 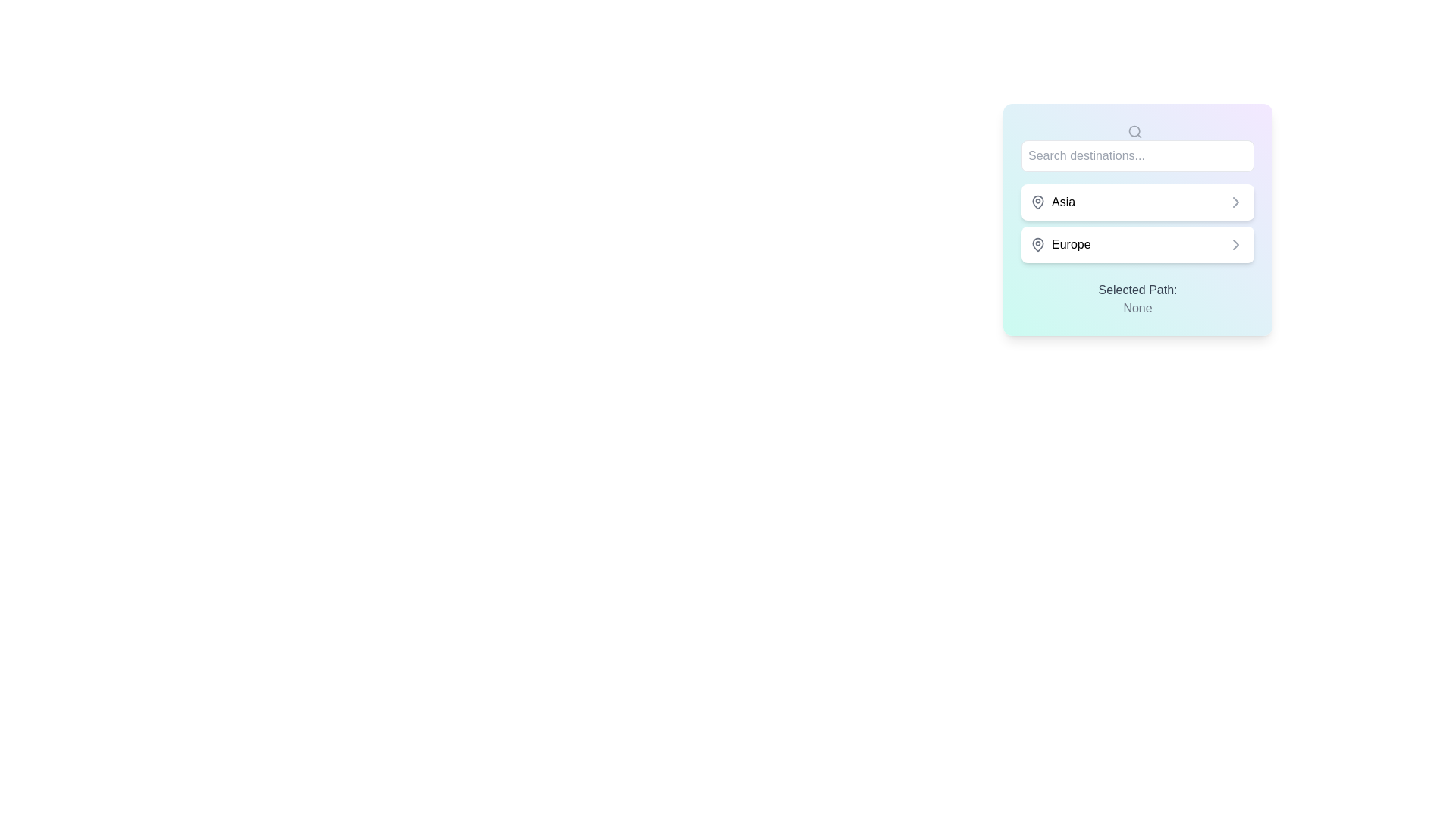 What do you see at coordinates (1137, 244) in the screenshot?
I see `the 'Europe' button in the dropdown list` at bounding box center [1137, 244].